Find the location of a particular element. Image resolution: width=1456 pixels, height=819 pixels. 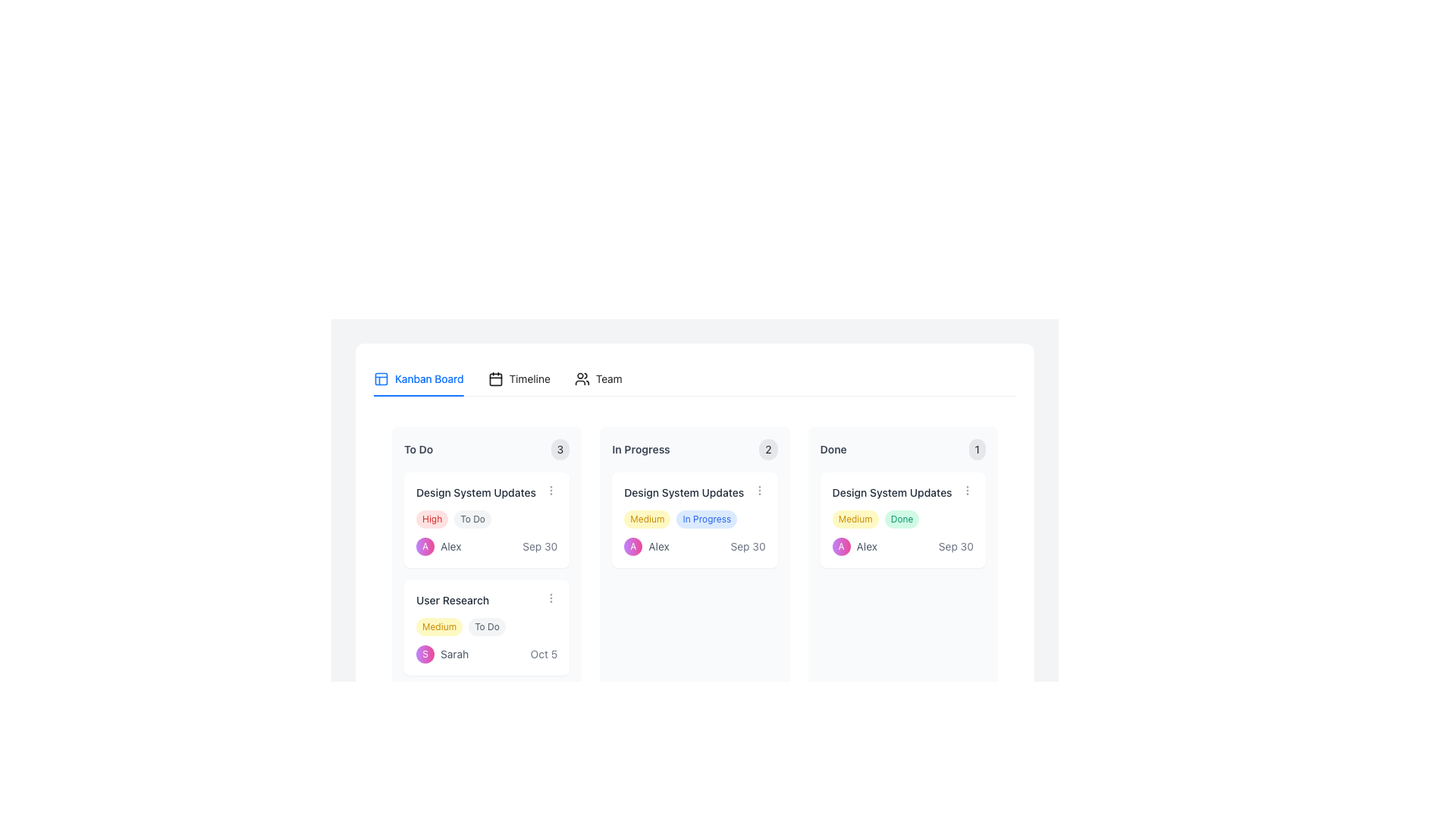

the circular avatar or badge representing the user with the initial 'S.' located in the 'User Research' card in the 'To Do' section, positioned to the left of the name 'Sarah.' is located at coordinates (425, 654).